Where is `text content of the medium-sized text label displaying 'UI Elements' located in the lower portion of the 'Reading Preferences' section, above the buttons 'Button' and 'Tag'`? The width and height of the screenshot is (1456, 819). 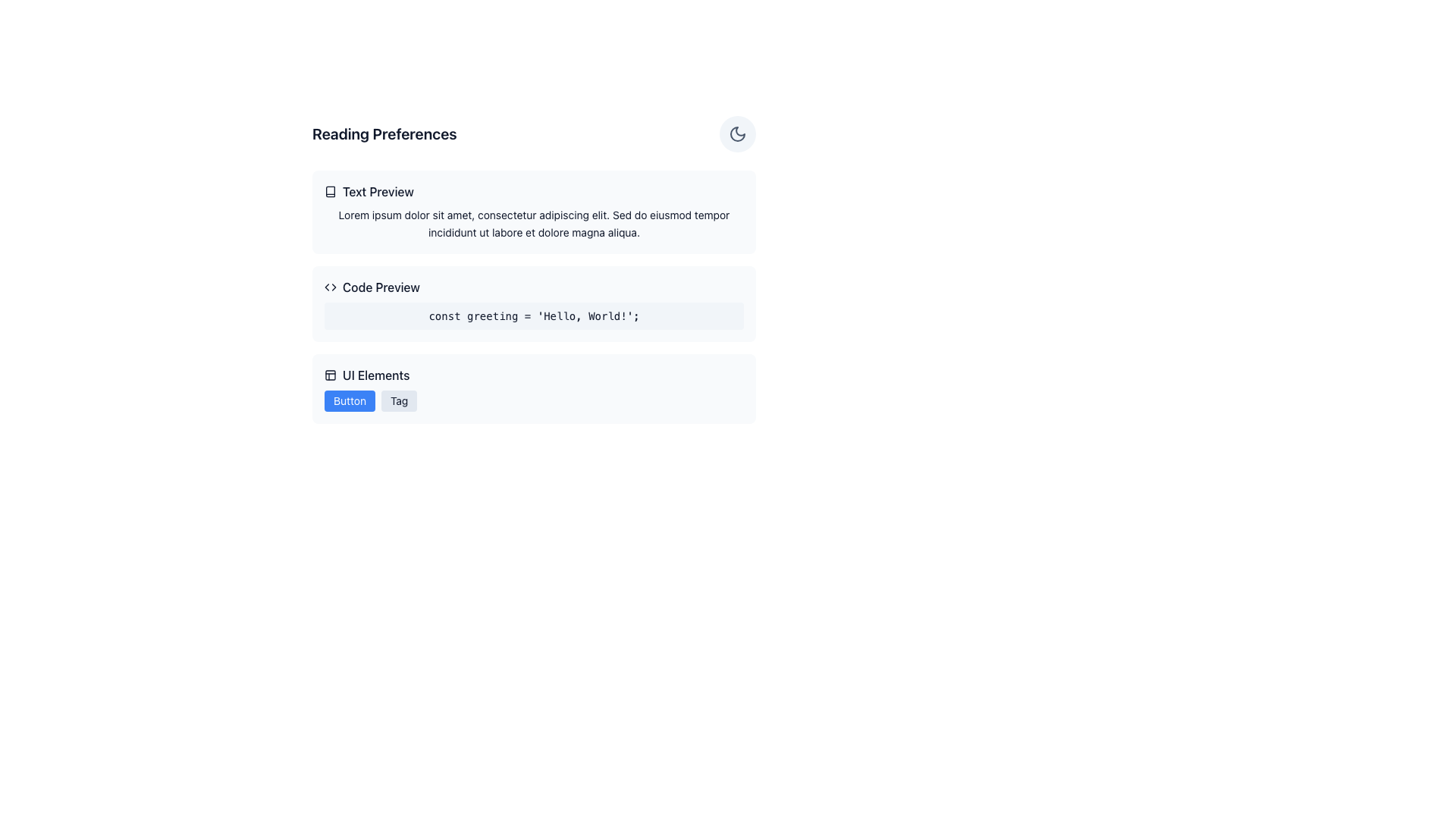 text content of the medium-sized text label displaying 'UI Elements' located in the lower portion of the 'Reading Preferences' section, above the buttons 'Button' and 'Tag' is located at coordinates (376, 375).